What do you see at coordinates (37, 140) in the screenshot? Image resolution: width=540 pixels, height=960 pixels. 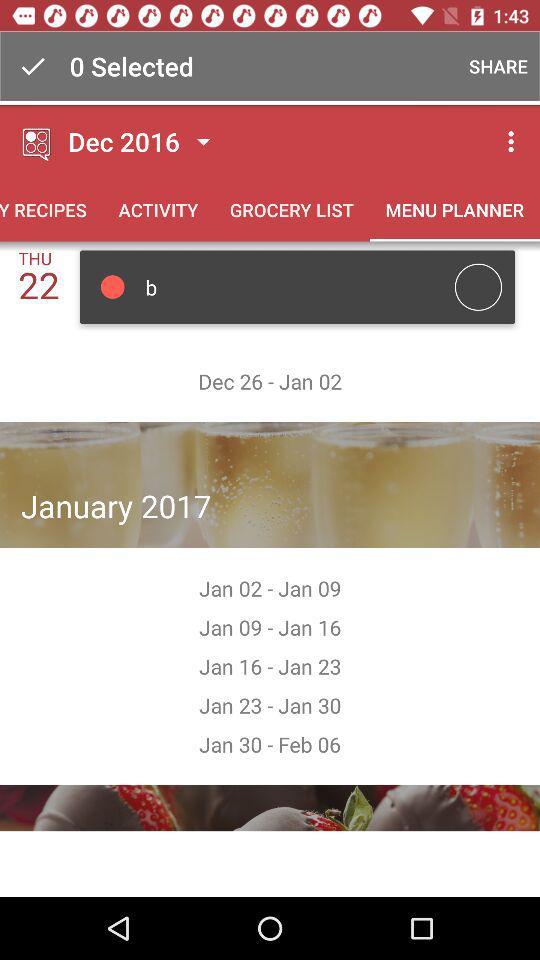 I see `the icon on left to the button dec 2016 on the web page` at bounding box center [37, 140].